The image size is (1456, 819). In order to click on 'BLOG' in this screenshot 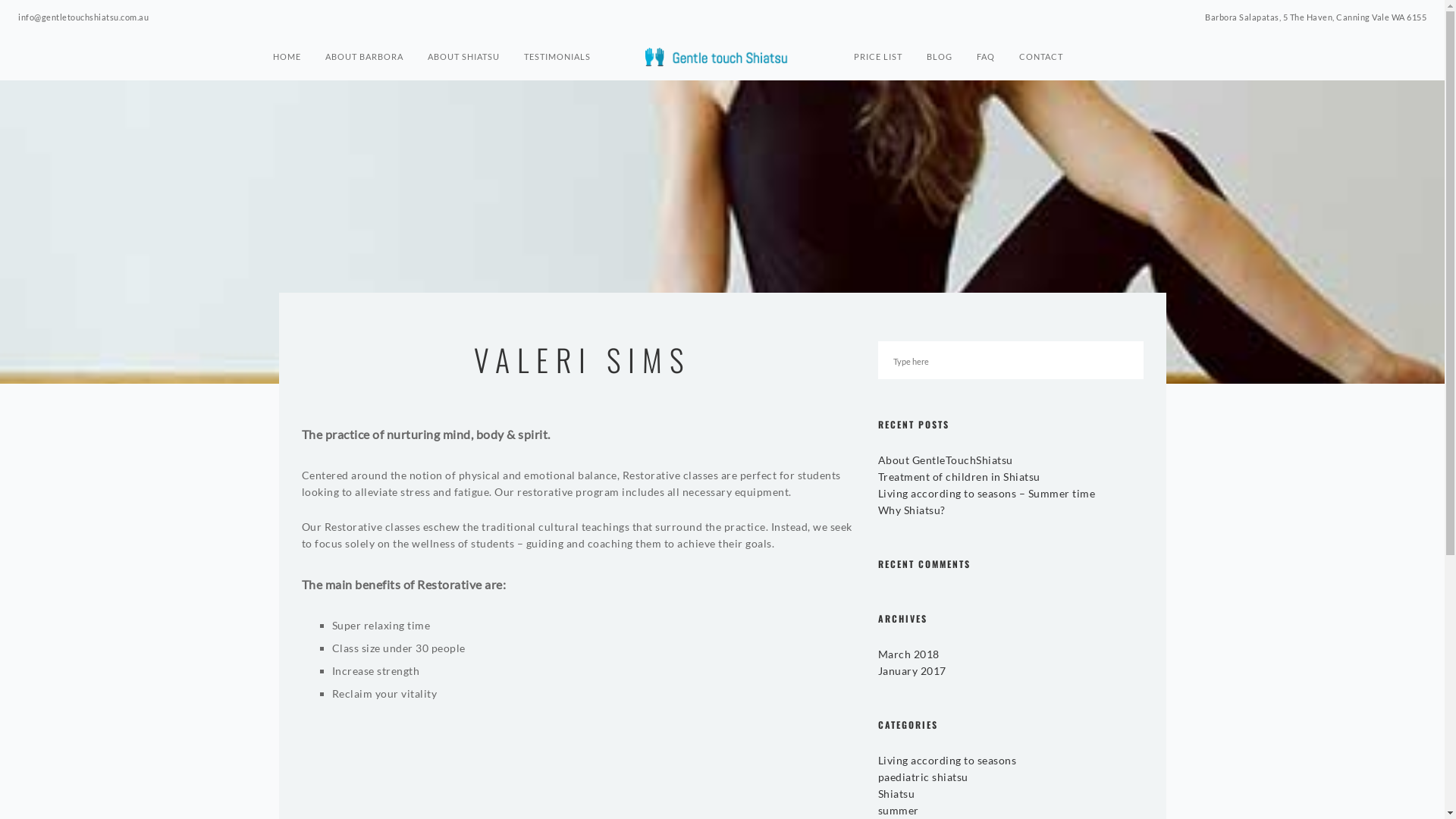, I will do `click(938, 57)`.